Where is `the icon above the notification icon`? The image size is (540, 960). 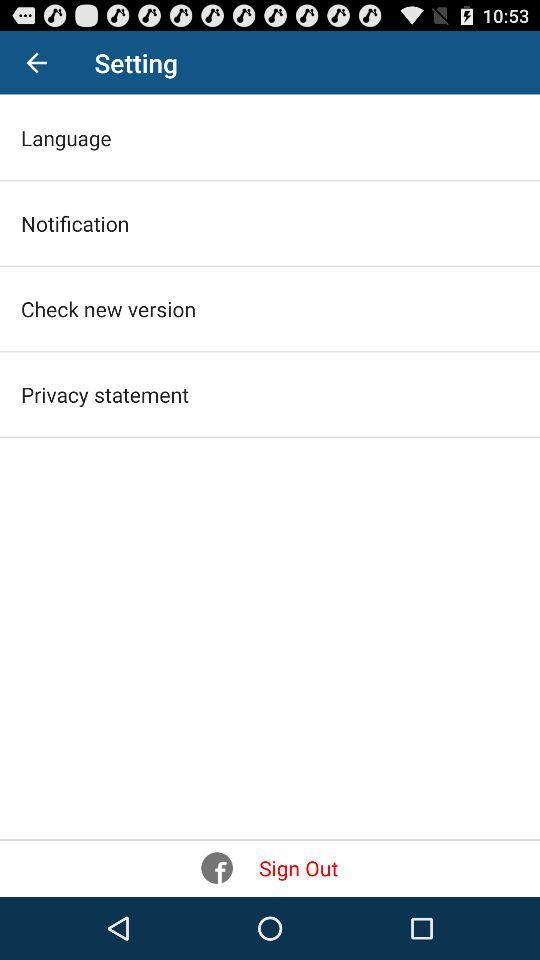
the icon above the notification icon is located at coordinates (66, 136).